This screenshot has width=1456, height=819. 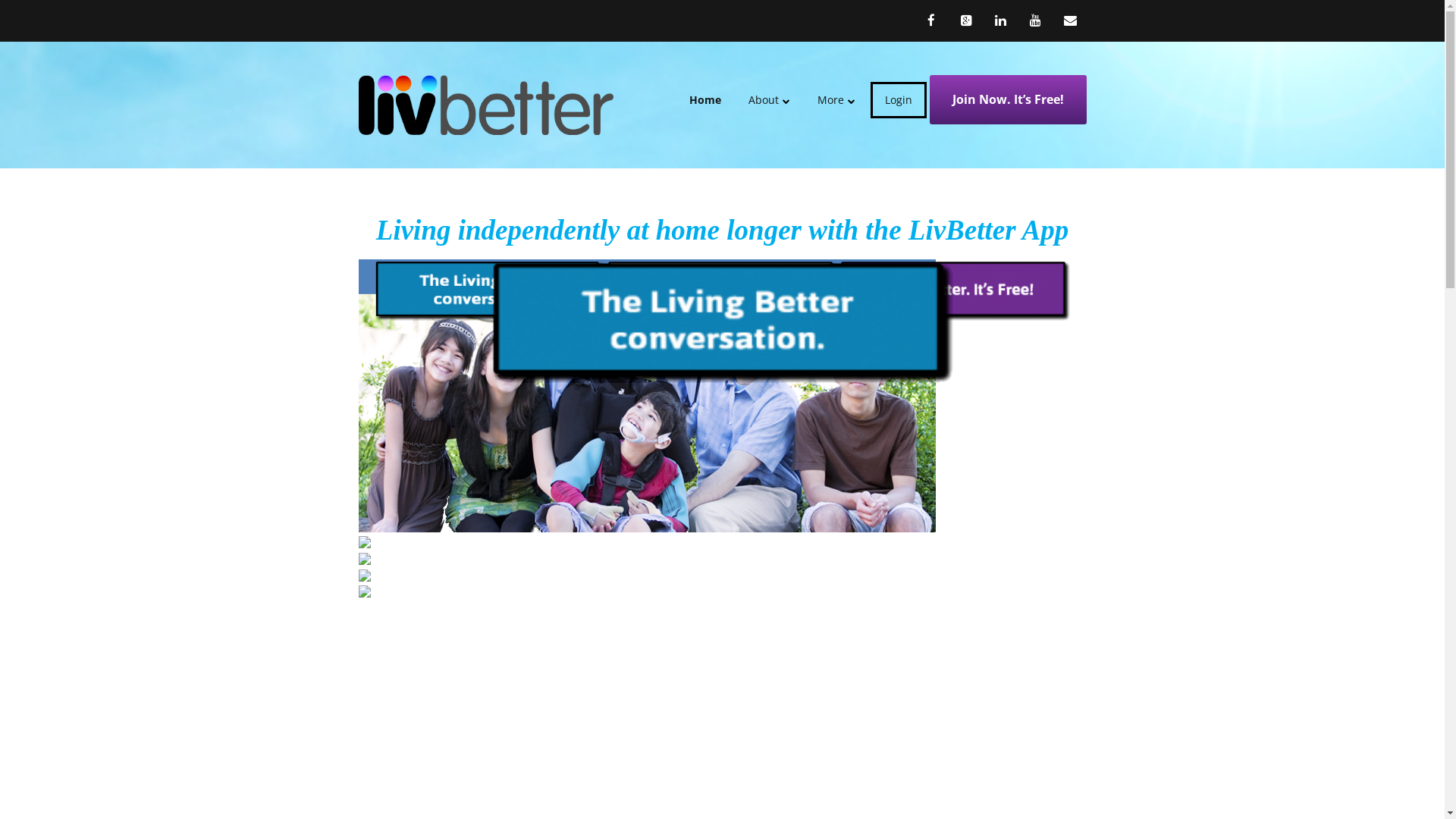 What do you see at coordinates (965, 20) in the screenshot?
I see `'Google+'` at bounding box center [965, 20].